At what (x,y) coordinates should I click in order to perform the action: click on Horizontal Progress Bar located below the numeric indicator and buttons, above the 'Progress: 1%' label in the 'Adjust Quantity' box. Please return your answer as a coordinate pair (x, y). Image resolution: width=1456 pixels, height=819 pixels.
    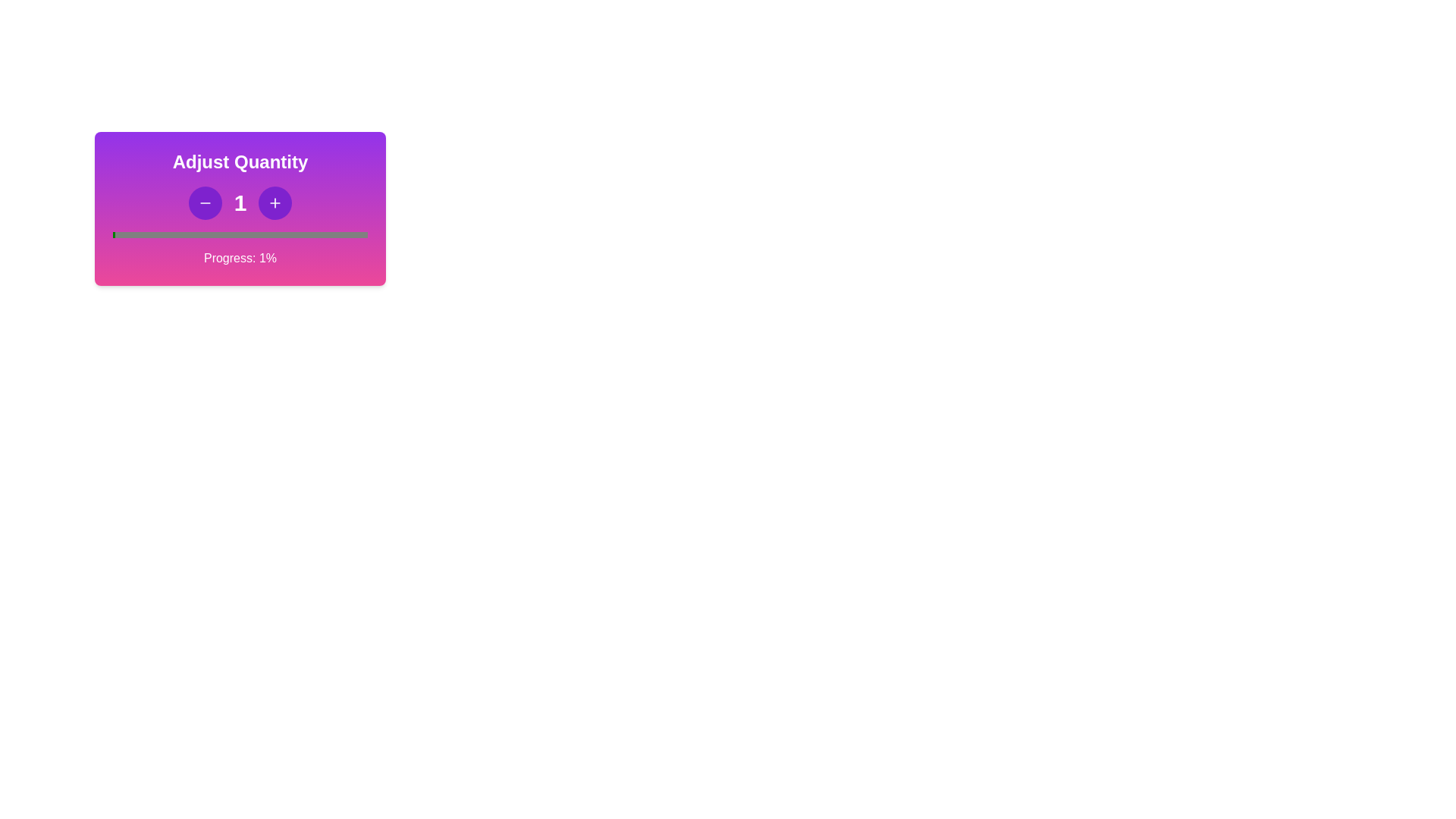
    Looking at the image, I should click on (239, 234).